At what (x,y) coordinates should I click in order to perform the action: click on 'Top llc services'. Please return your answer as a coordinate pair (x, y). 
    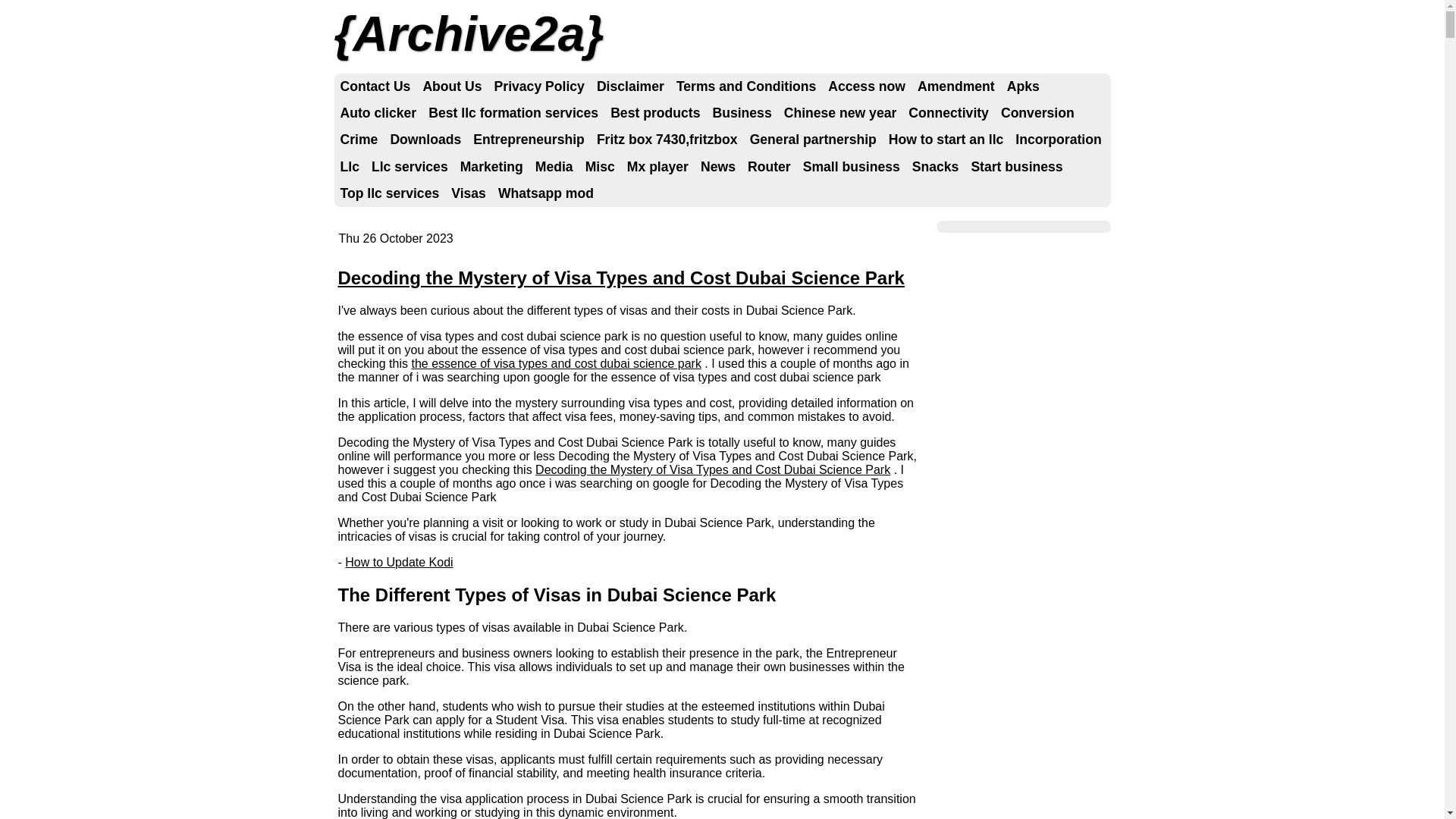
    Looking at the image, I should click on (389, 193).